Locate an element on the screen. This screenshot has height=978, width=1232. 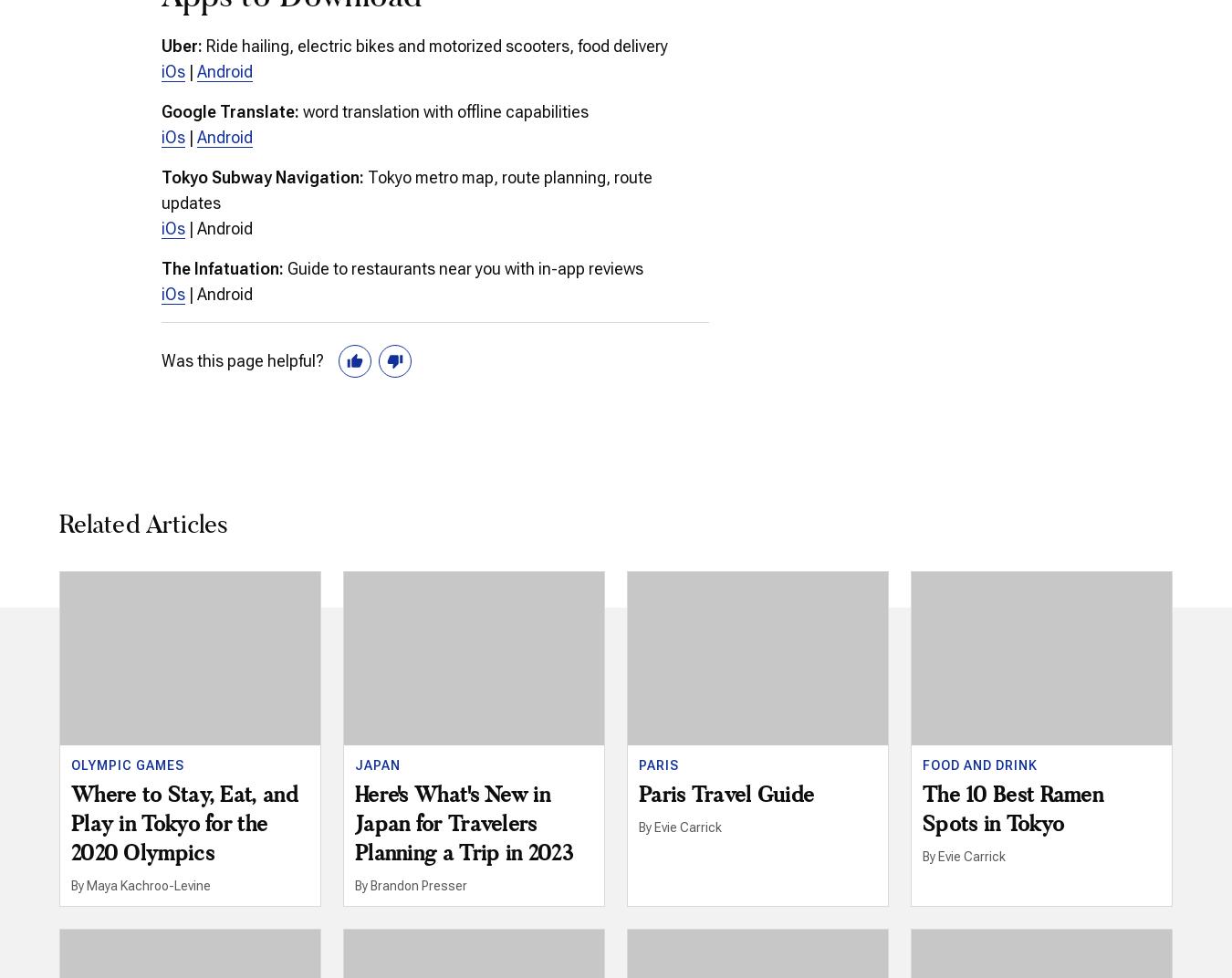
'Tokyo Subway Navigation:' is located at coordinates (261, 175).